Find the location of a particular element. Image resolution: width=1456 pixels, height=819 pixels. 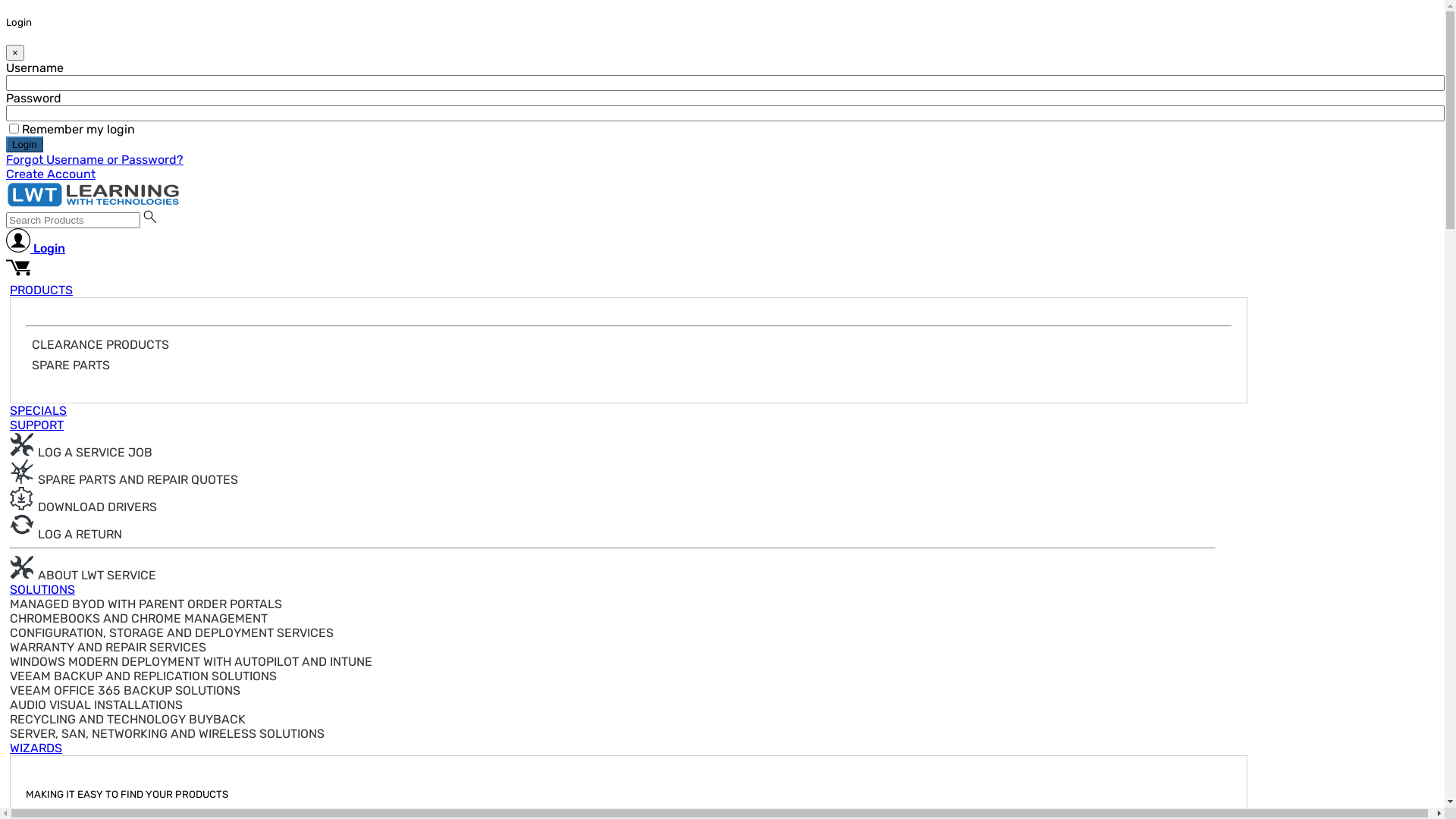

'VEEAM BACKUP AND REPLICATION SOLUTIONS' is located at coordinates (143, 675).